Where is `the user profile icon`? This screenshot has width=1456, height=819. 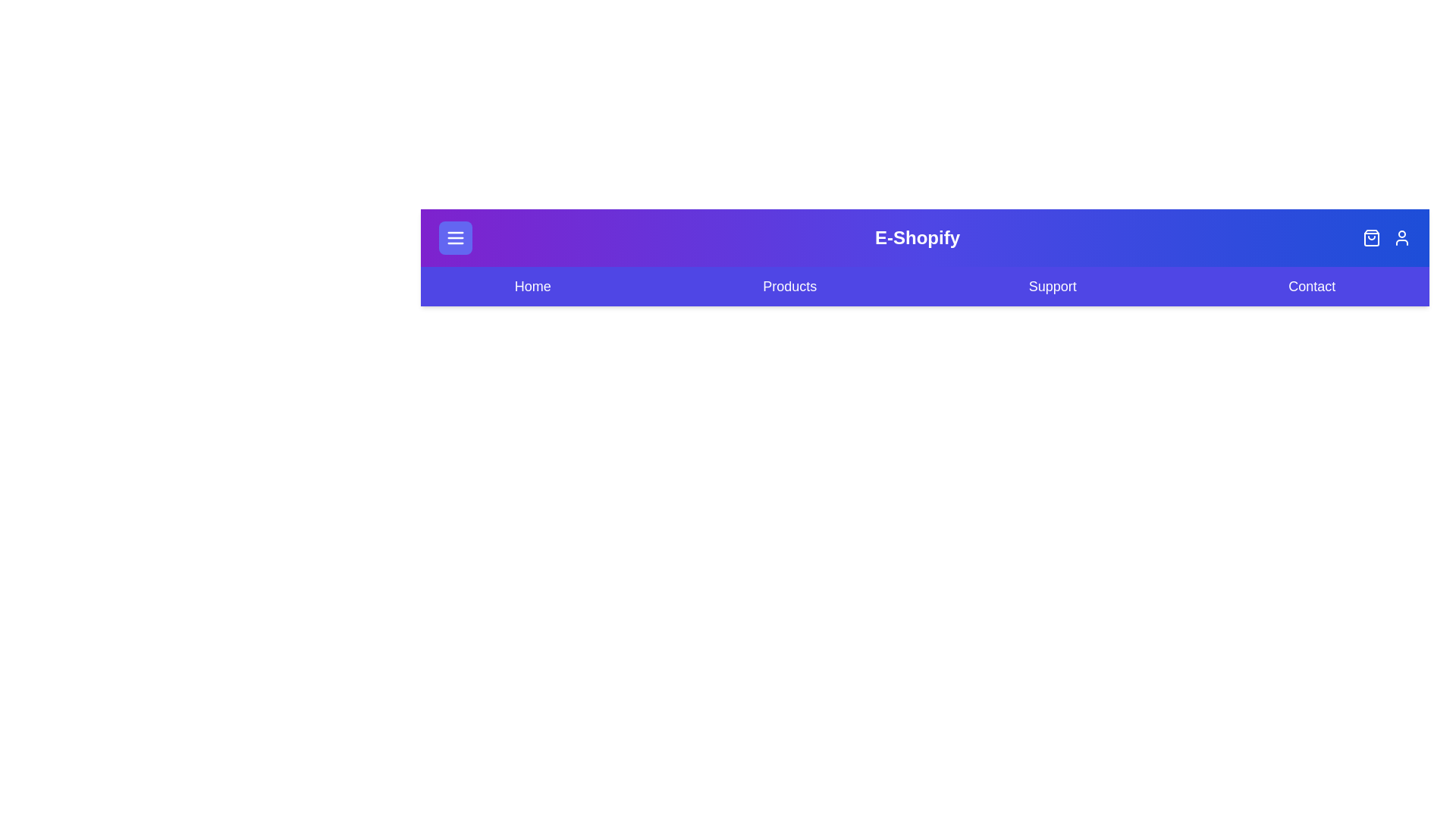
the user profile icon is located at coordinates (1401, 237).